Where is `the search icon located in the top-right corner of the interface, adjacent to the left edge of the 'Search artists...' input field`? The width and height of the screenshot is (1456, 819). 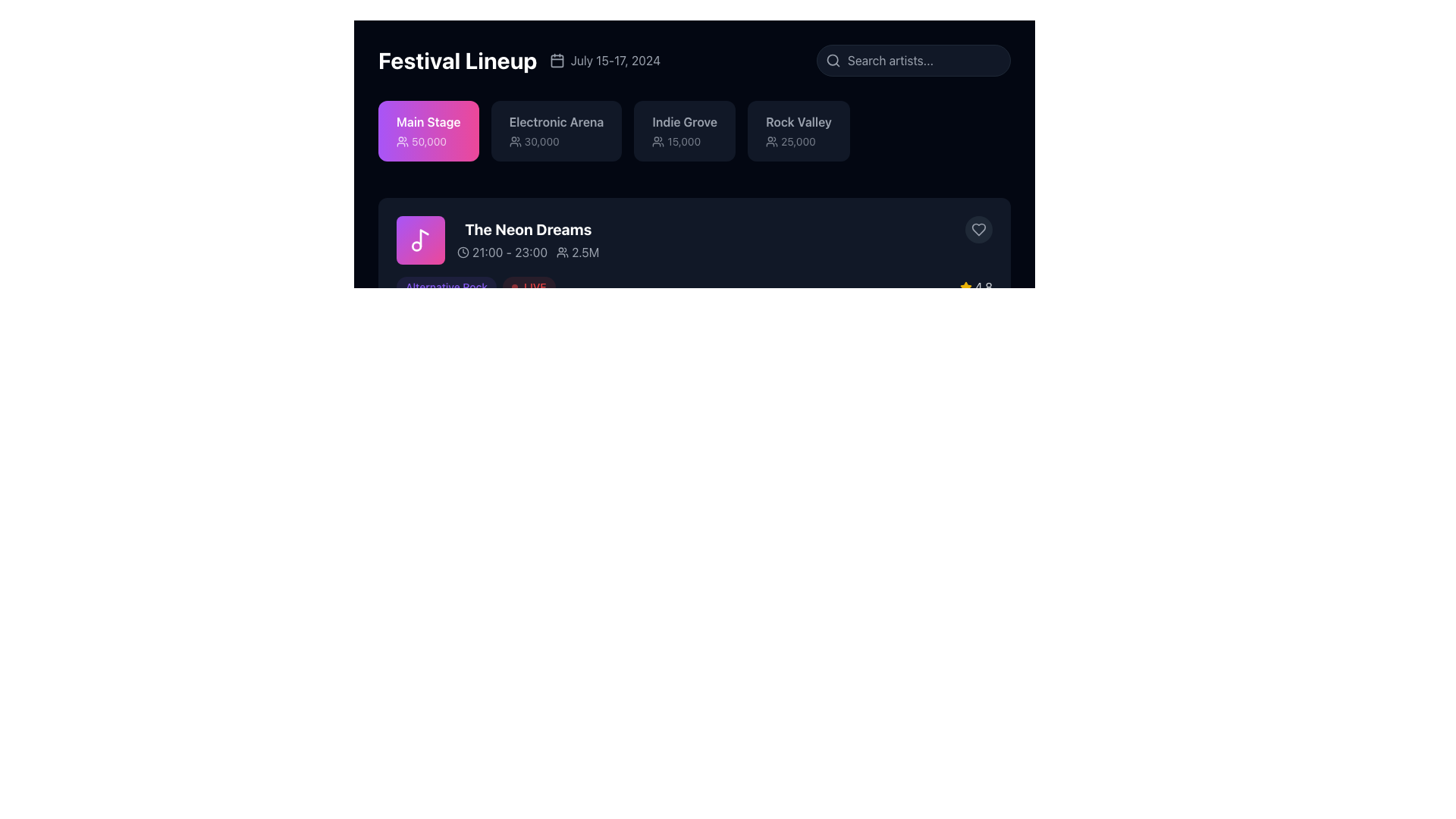
the search icon located in the top-right corner of the interface, adjacent to the left edge of the 'Search artists...' input field is located at coordinates (833, 60).